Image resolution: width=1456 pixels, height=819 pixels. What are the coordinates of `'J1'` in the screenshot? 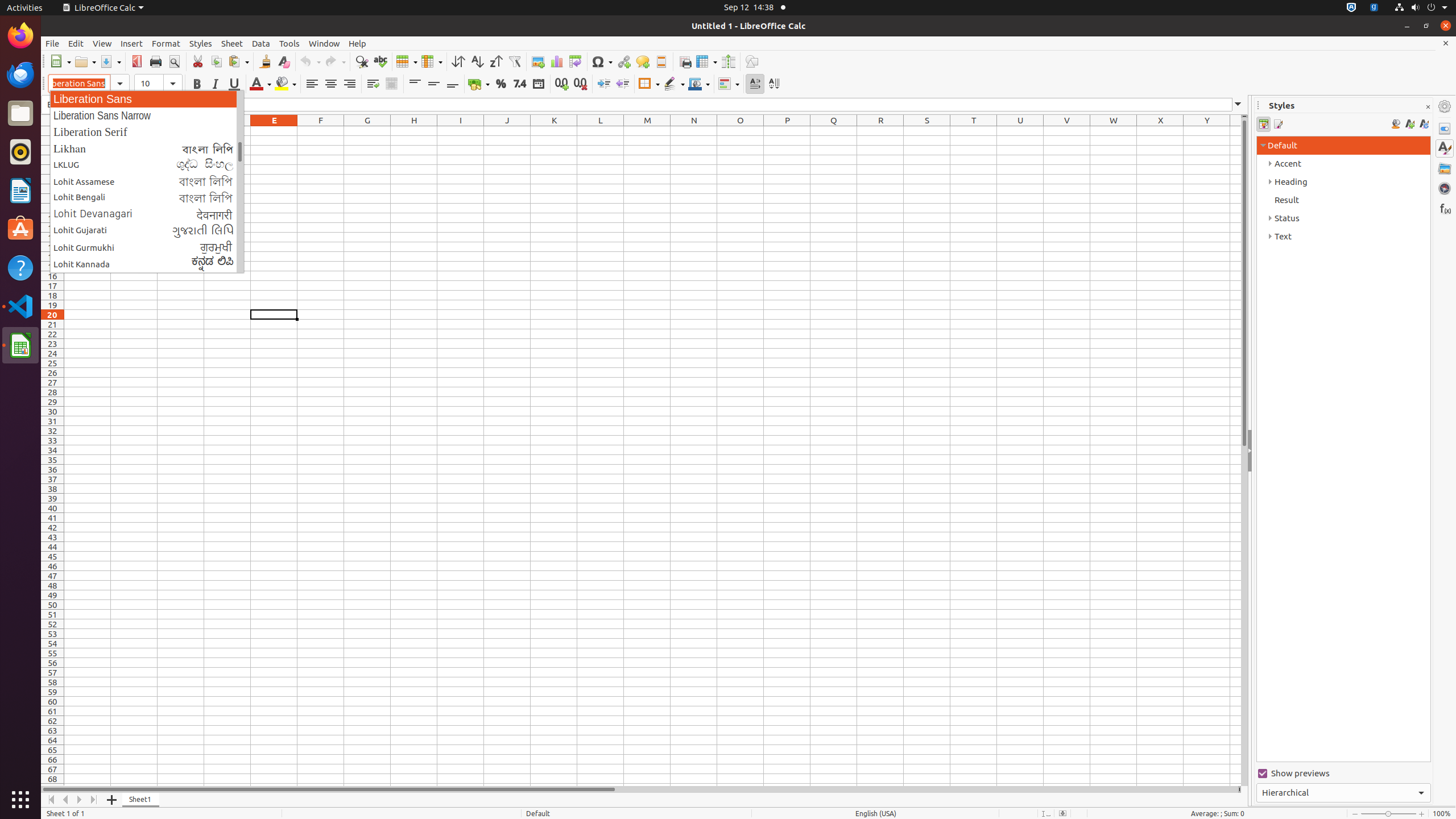 It's located at (506, 130).